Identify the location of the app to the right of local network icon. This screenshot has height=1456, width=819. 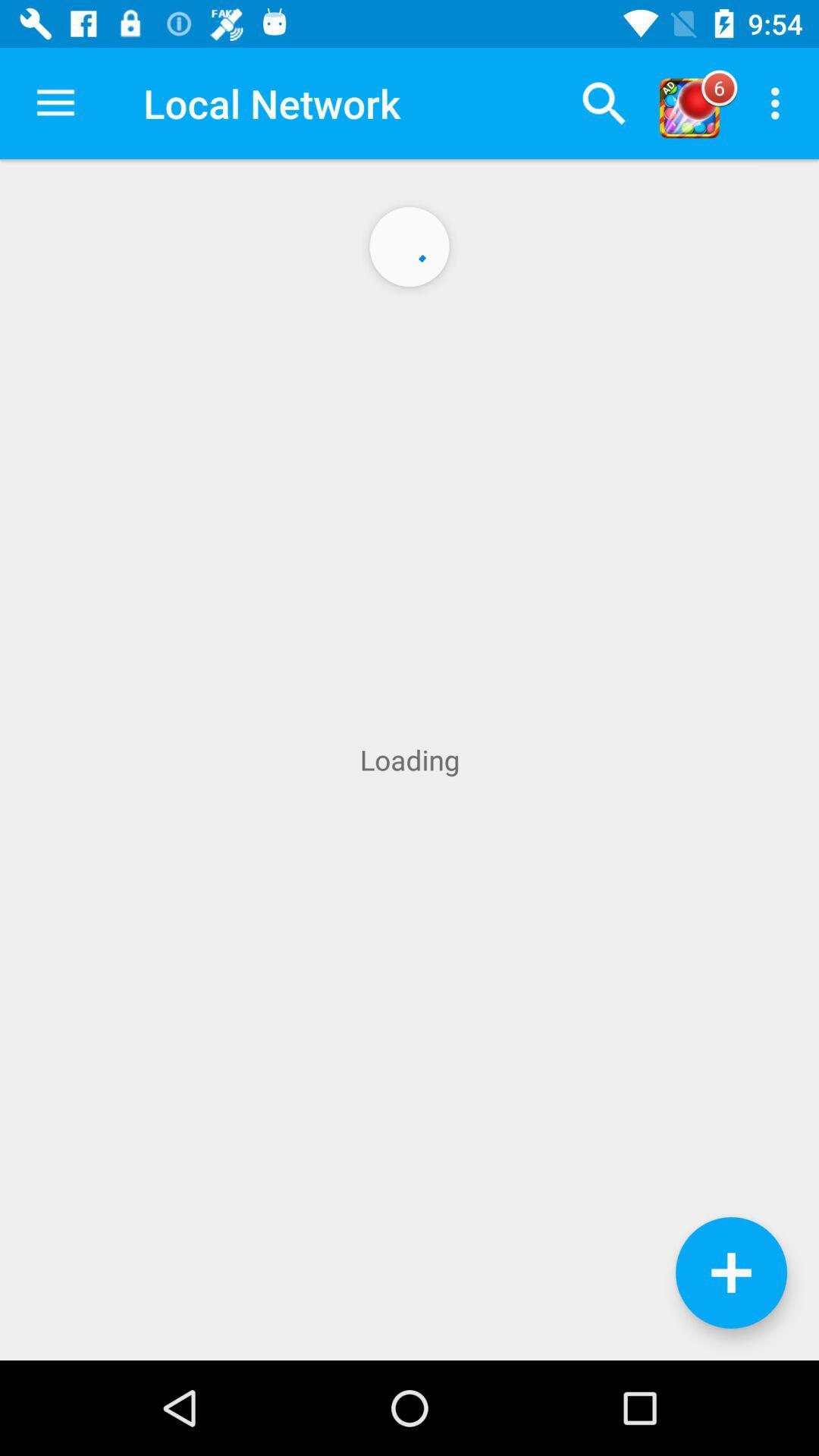
(603, 102).